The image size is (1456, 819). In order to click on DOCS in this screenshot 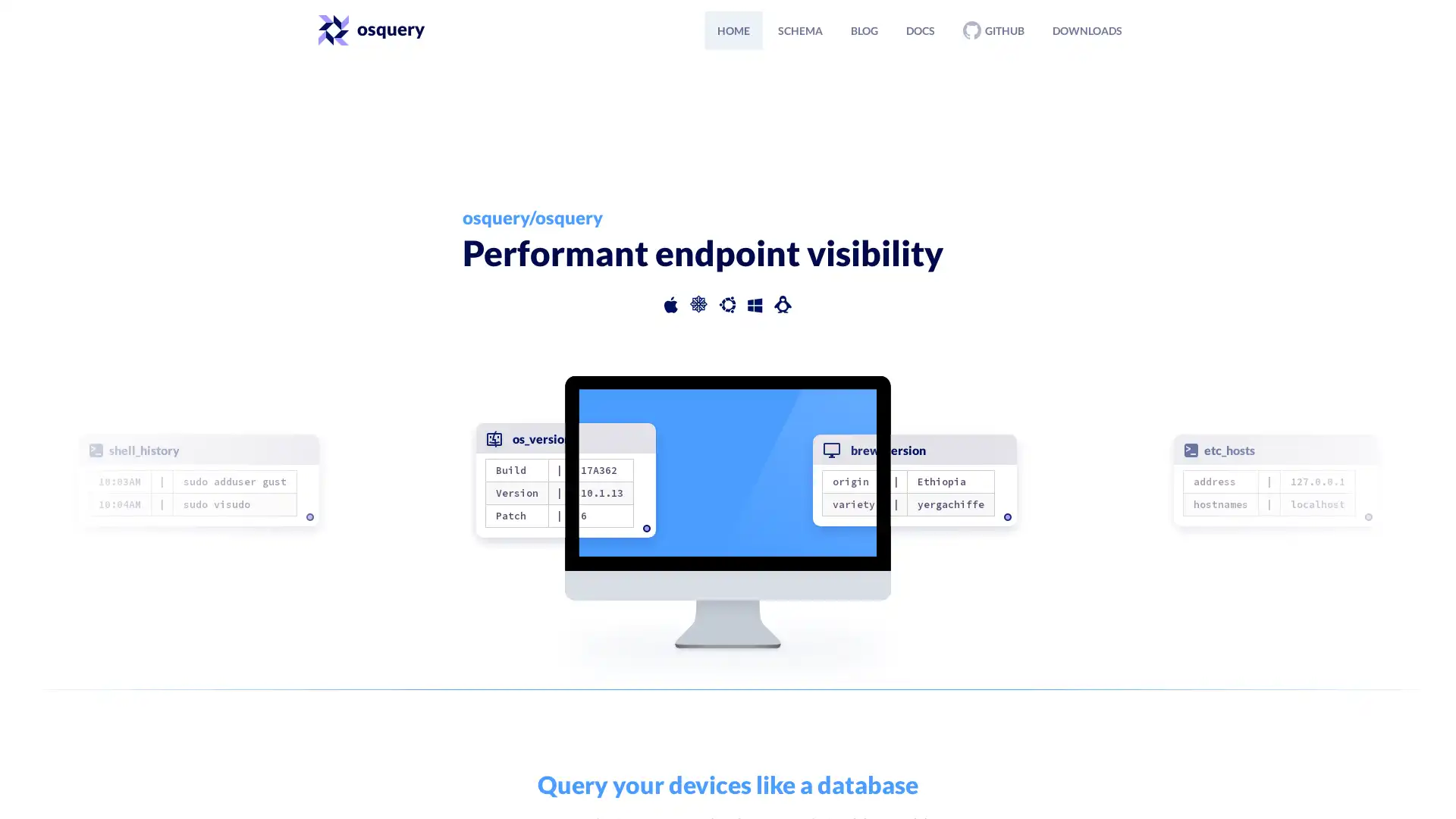, I will do `click(920, 30)`.